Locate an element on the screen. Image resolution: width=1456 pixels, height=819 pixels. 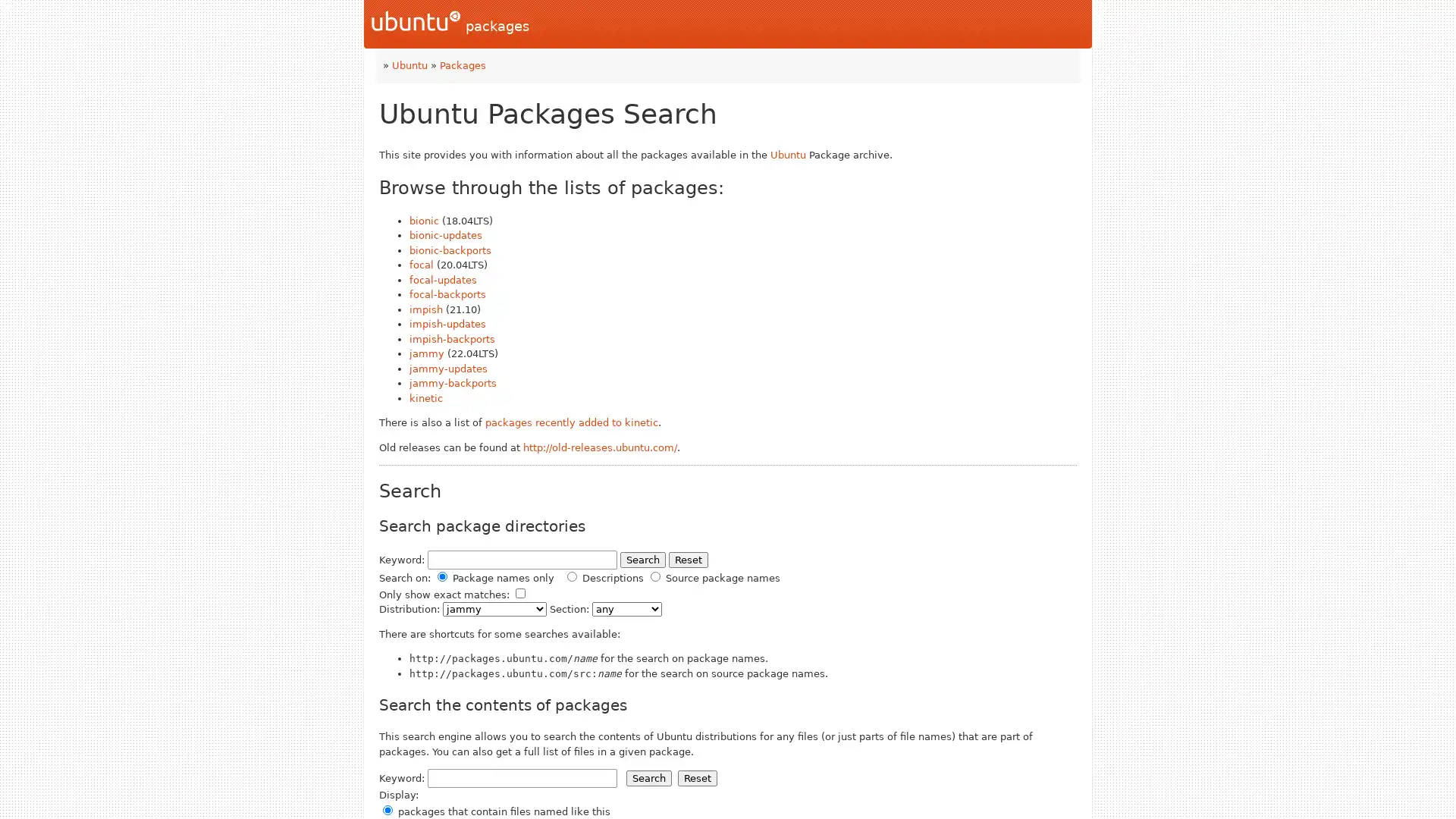
Reset is located at coordinates (697, 778).